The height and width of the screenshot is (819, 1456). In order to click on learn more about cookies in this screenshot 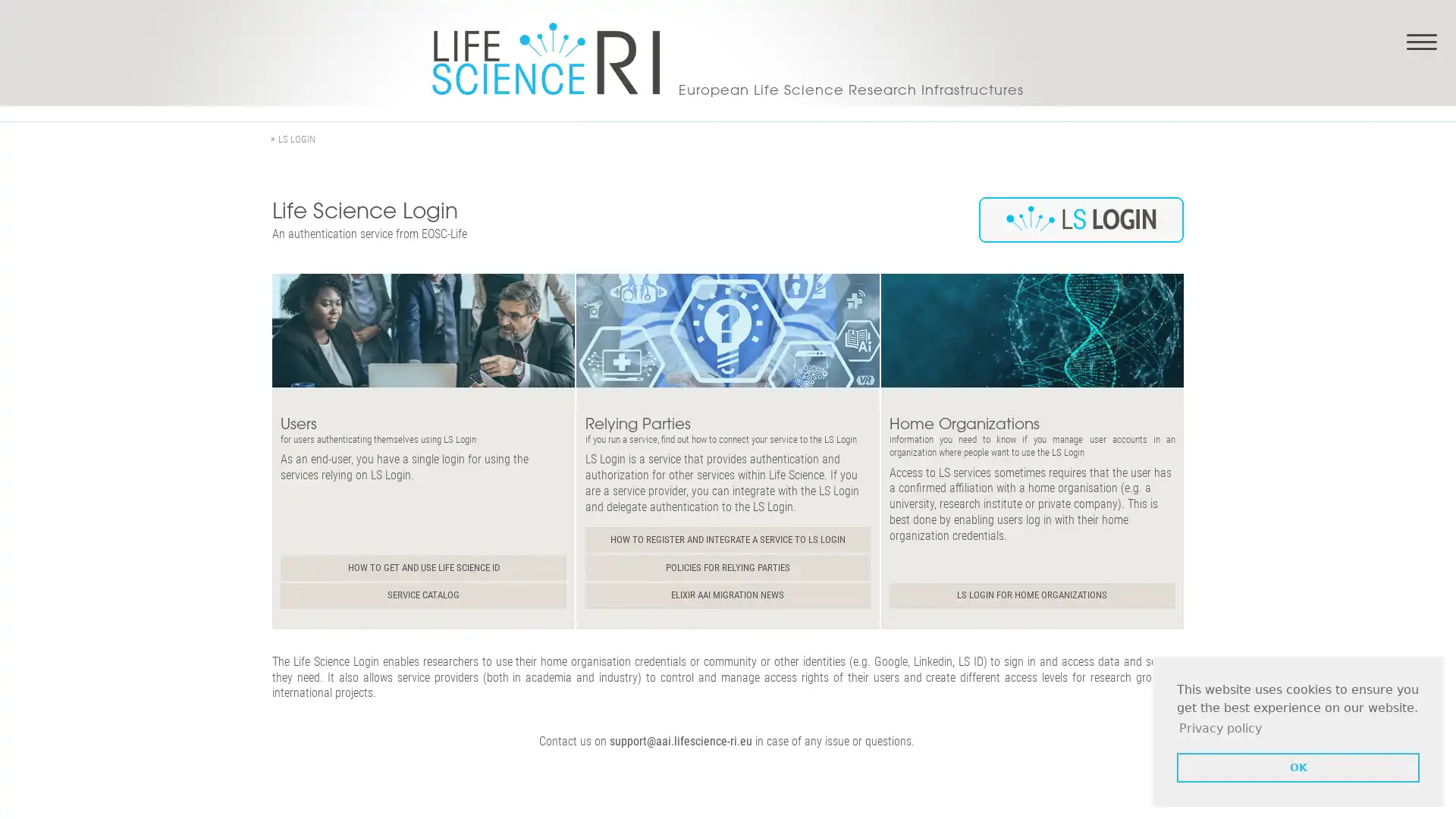, I will do `click(1220, 727)`.